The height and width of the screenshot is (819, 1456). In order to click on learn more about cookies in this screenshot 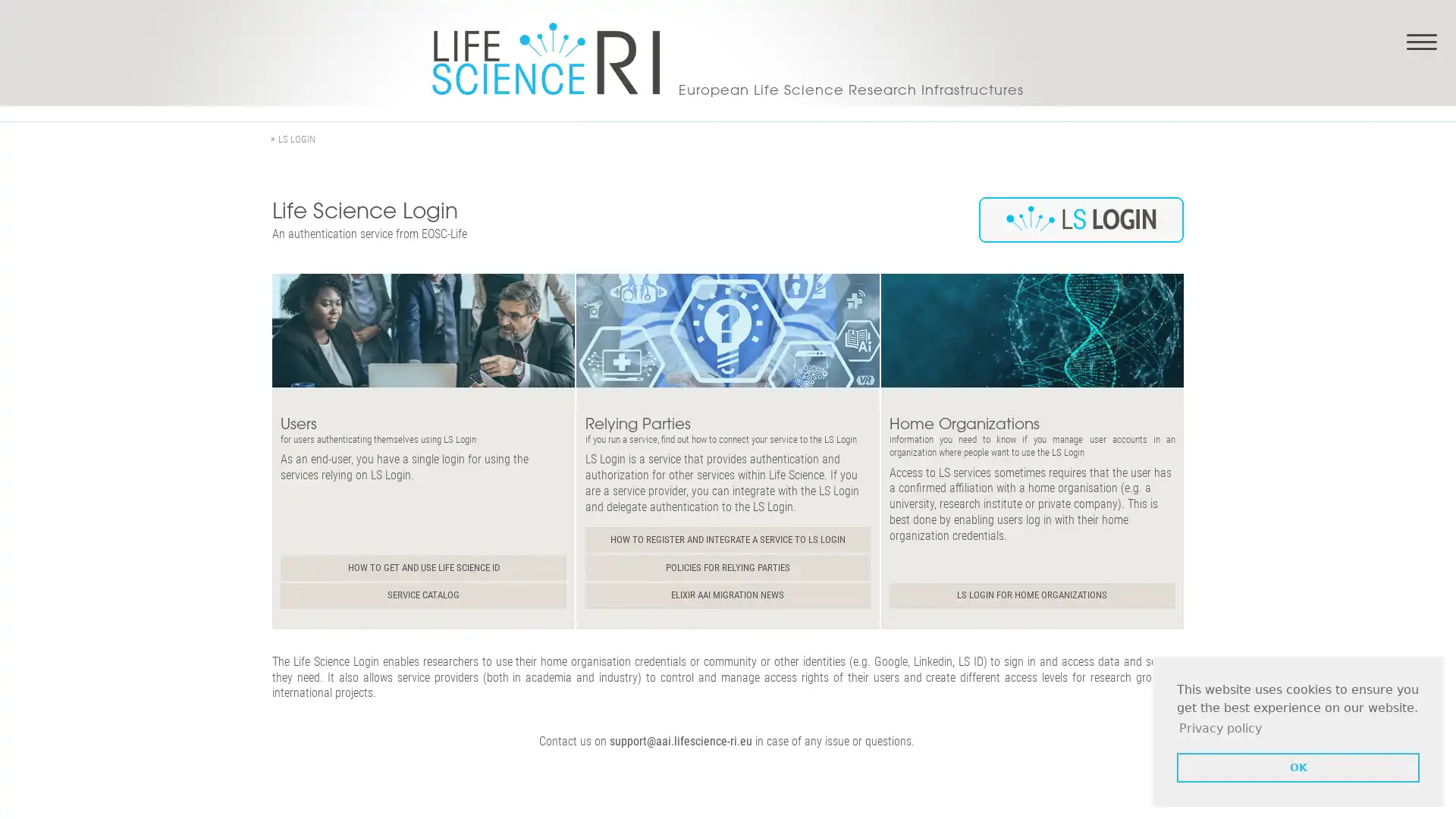, I will do `click(1220, 727)`.